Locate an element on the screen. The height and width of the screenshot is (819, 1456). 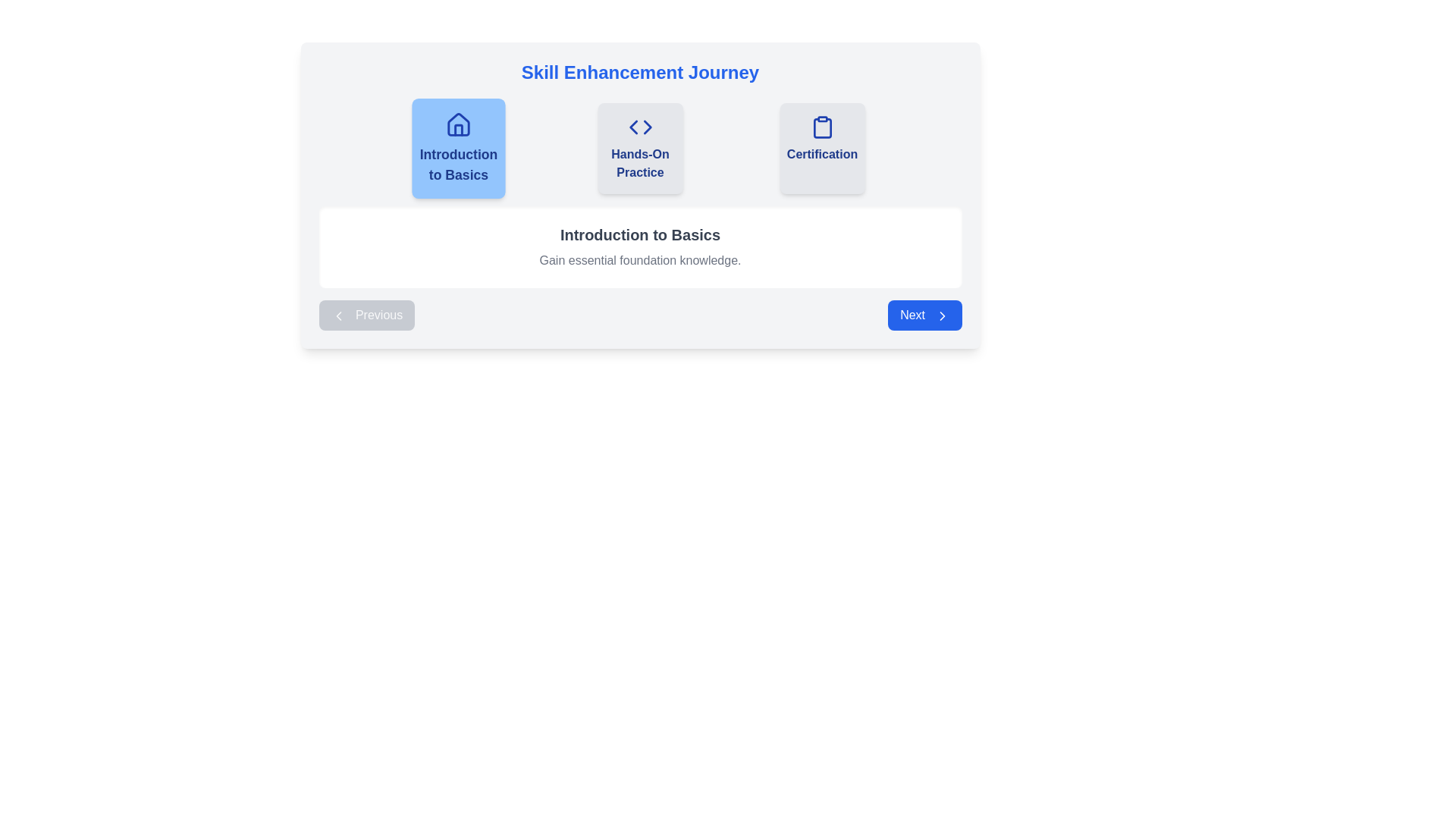
the 'Certification' icon located at the top center of the 'Certification' card, which is the third card in a row of three options is located at coordinates (821, 127).